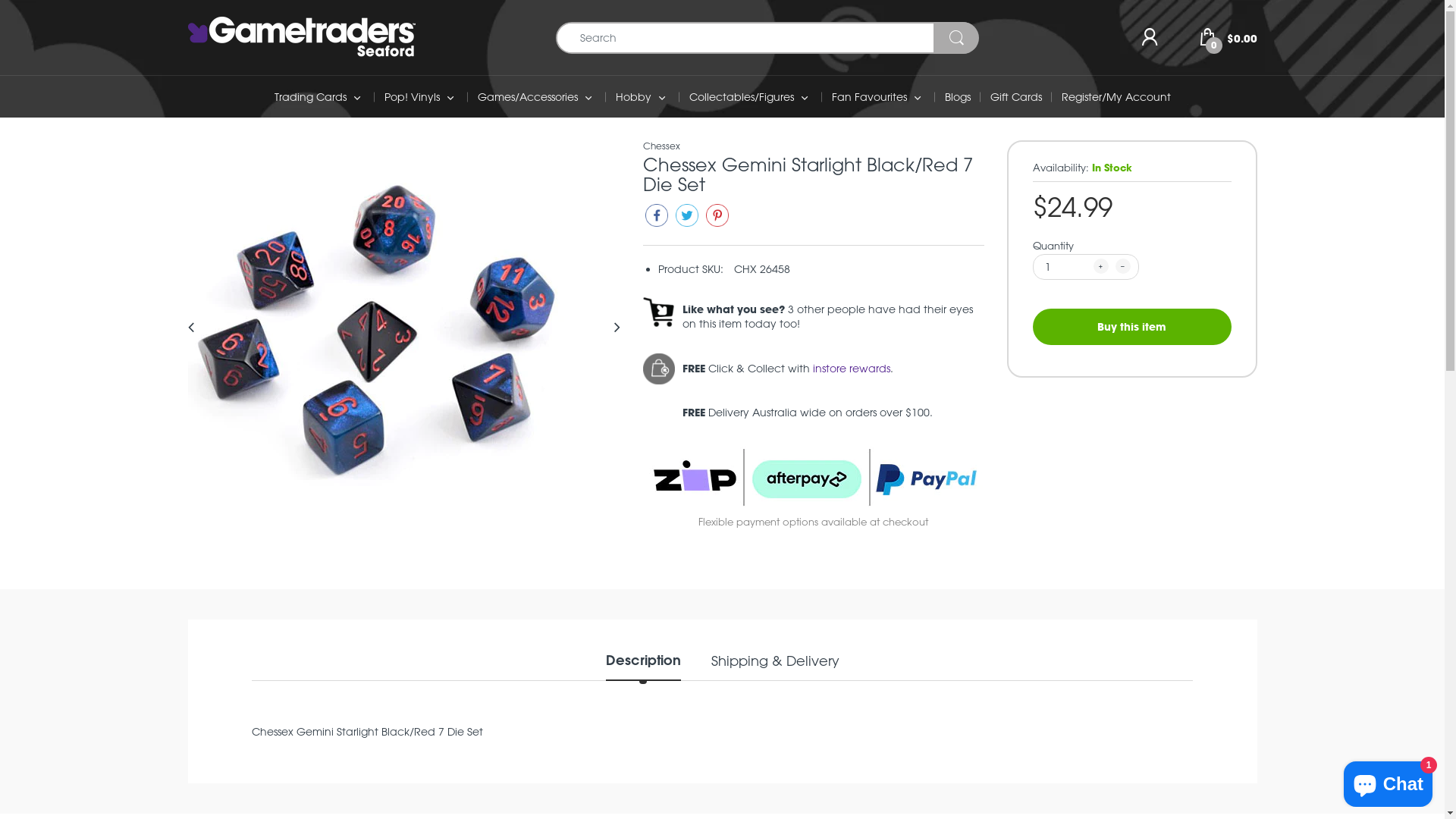 The width and height of the screenshot is (1456, 819). I want to click on 'Decrease', so click(1122, 265).